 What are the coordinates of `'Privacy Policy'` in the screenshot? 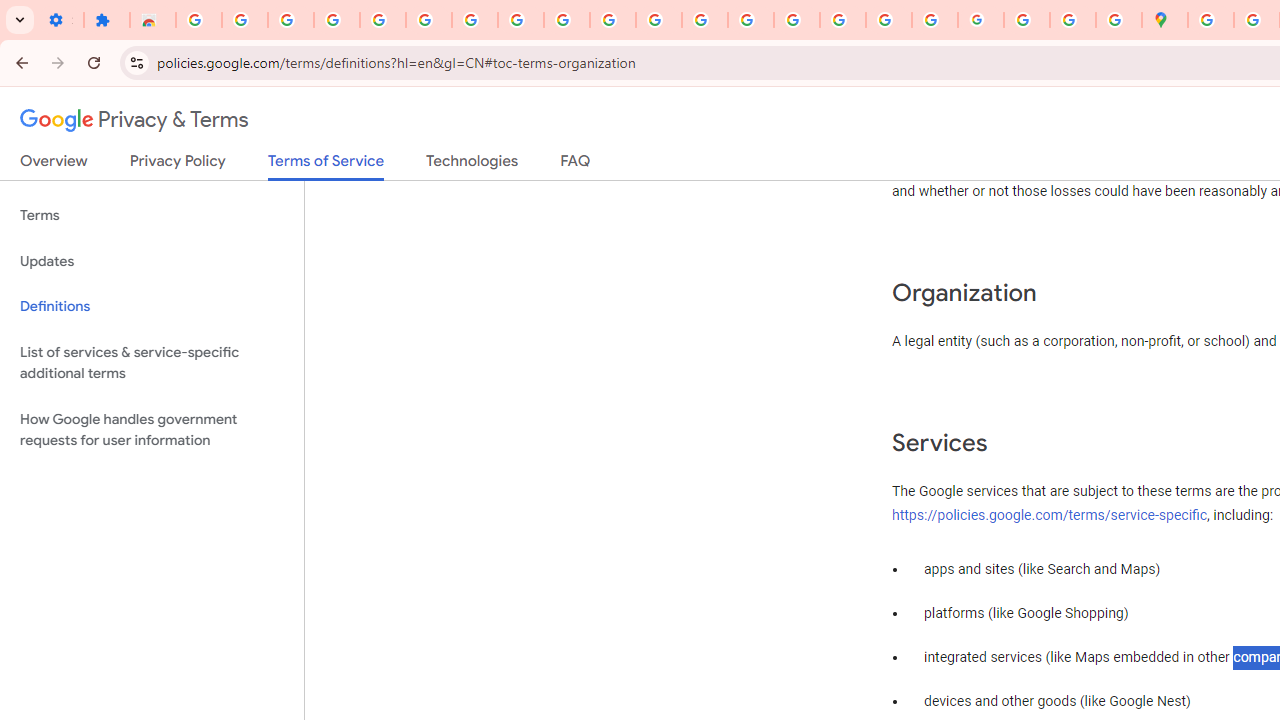 It's located at (177, 164).